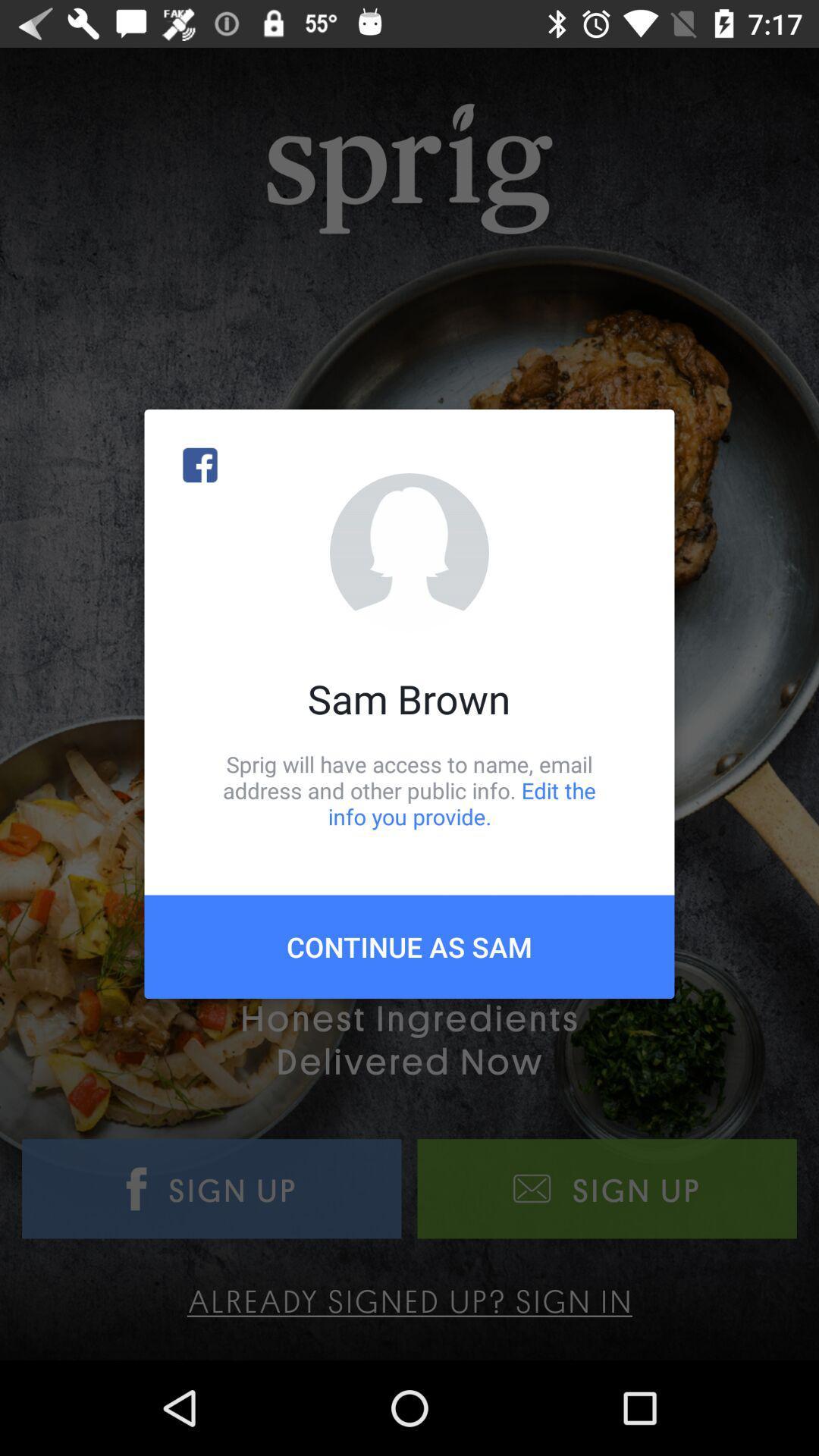 This screenshot has width=819, height=1456. I want to click on icon below sam brown item, so click(409, 789).